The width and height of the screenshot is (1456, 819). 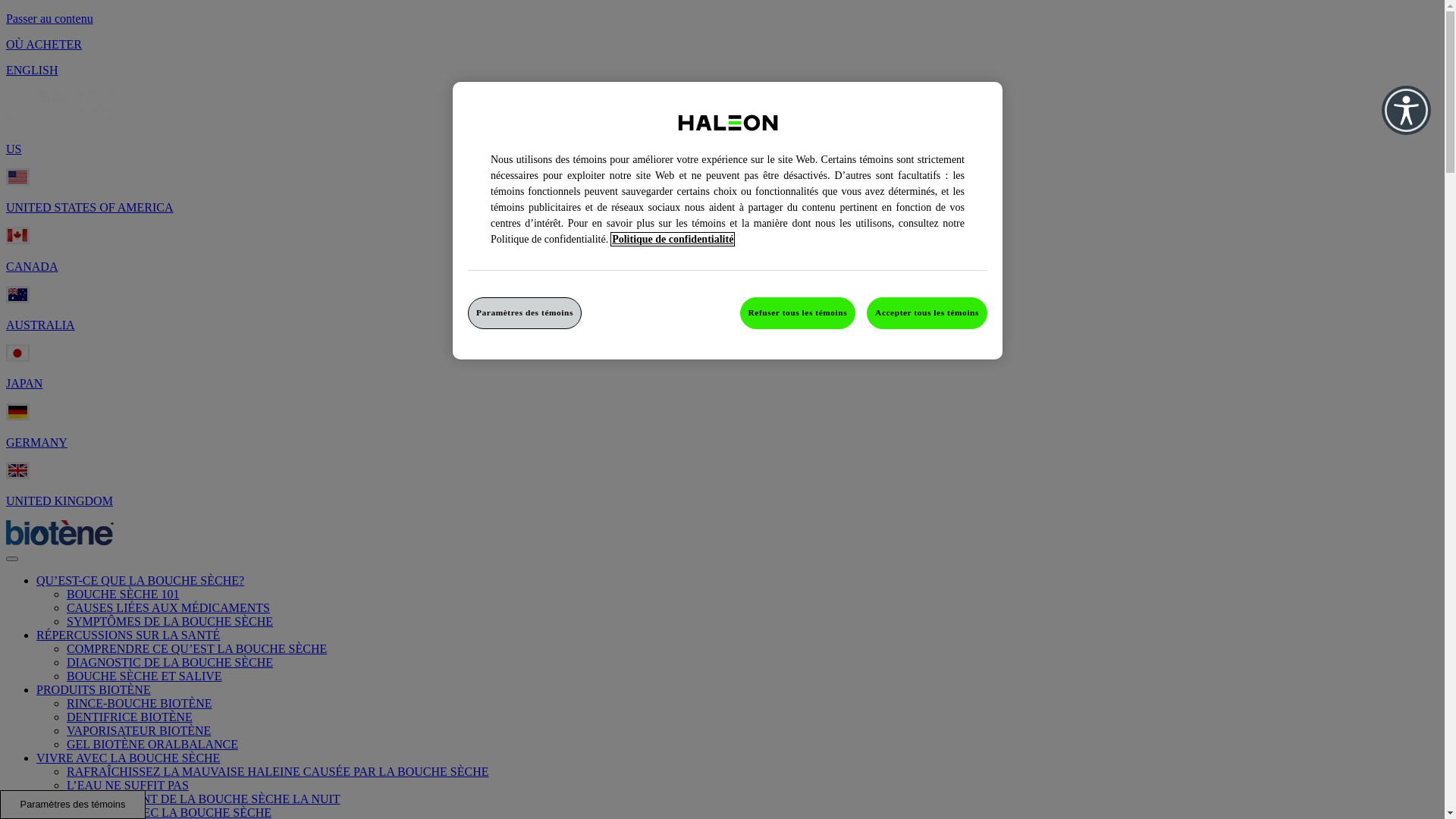 What do you see at coordinates (17, 469) in the screenshot?
I see `'United Kingdom Flag'` at bounding box center [17, 469].